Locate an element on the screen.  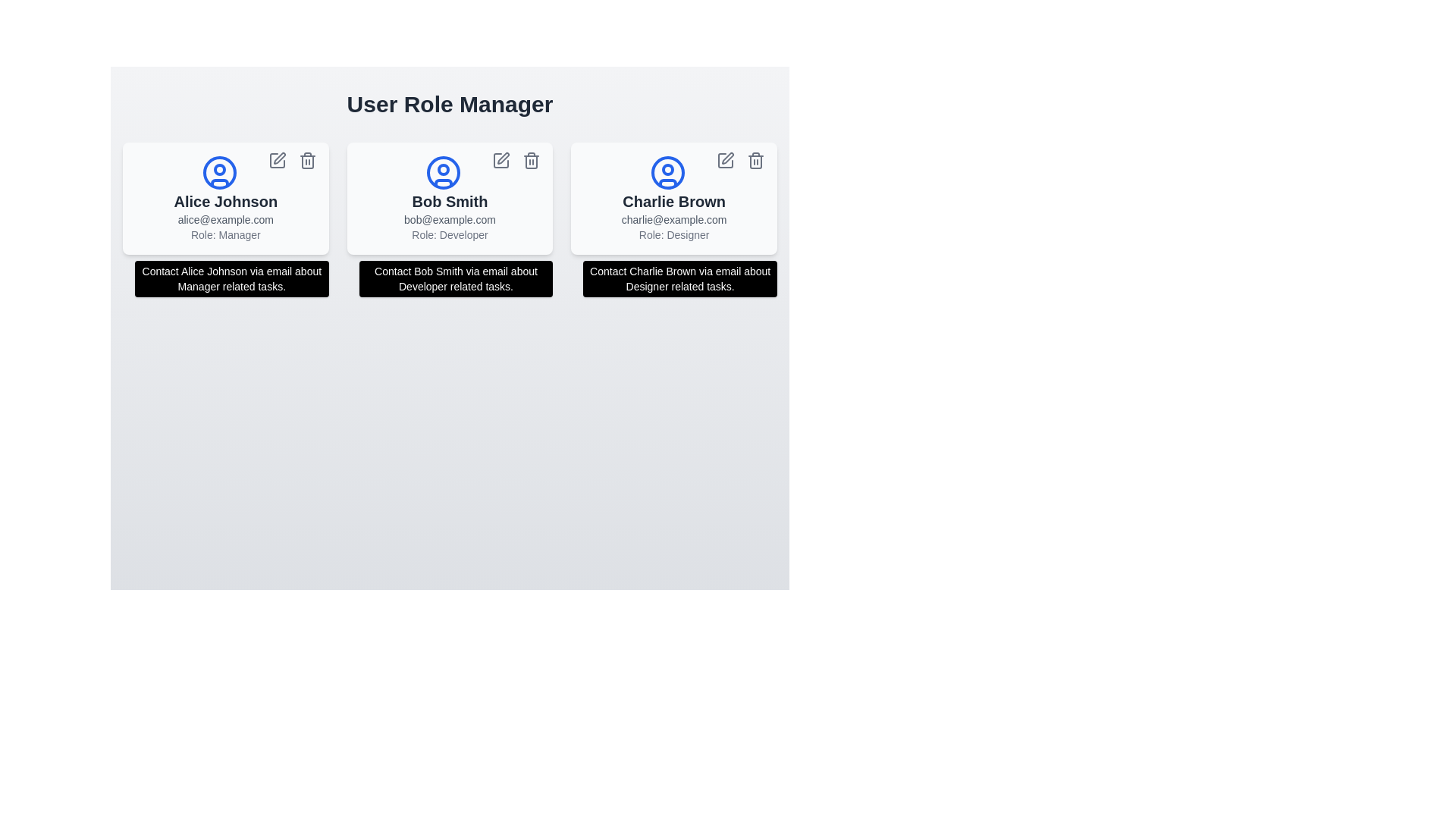
text content of the label displaying 'Charlie Brown', which is in large, bold font and positioned centrally within the user card, above the email and role texts is located at coordinates (673, 201).